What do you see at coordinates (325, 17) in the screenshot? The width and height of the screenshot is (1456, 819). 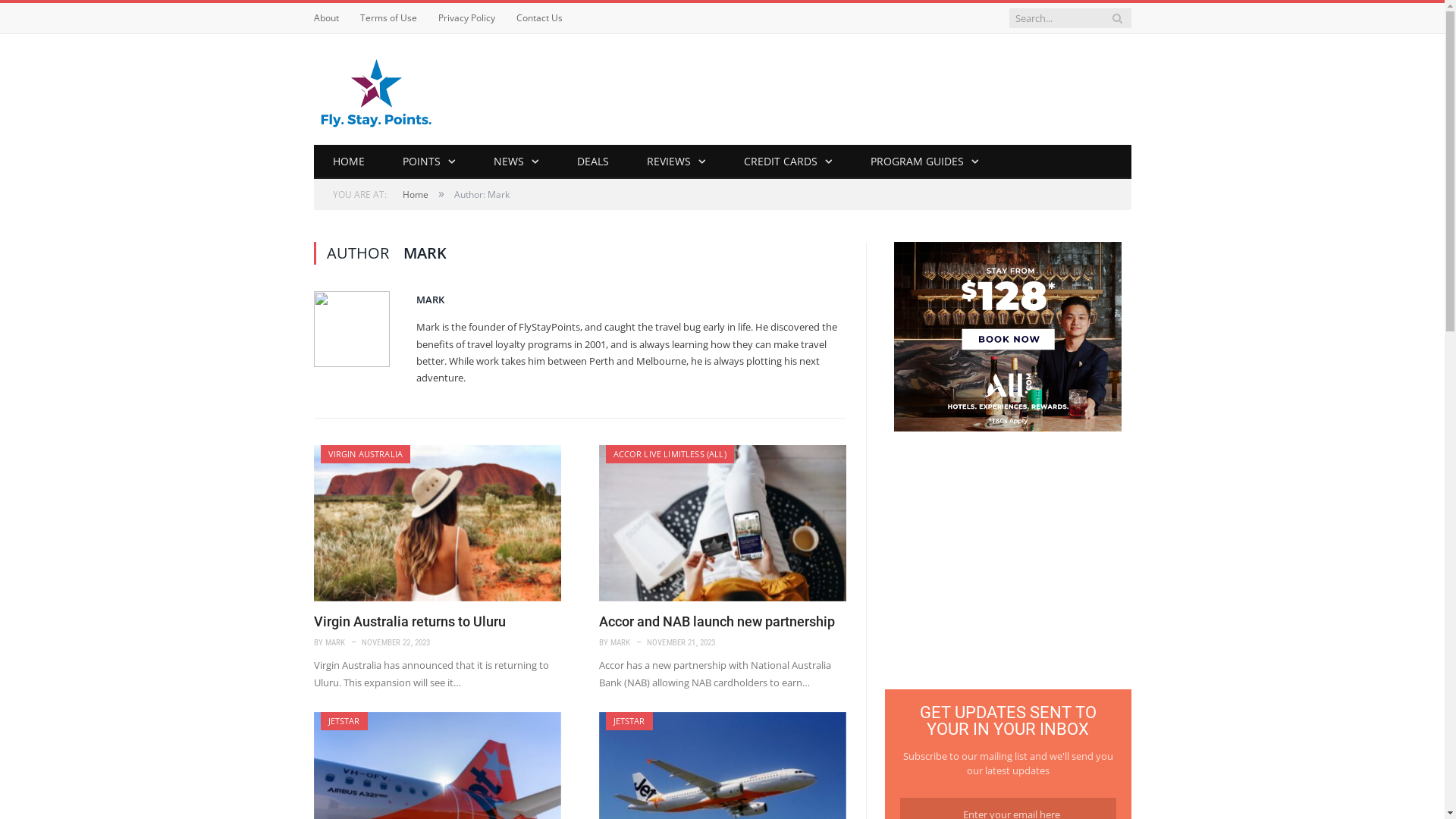 I see `'About'` at bounding box center [325, 17].